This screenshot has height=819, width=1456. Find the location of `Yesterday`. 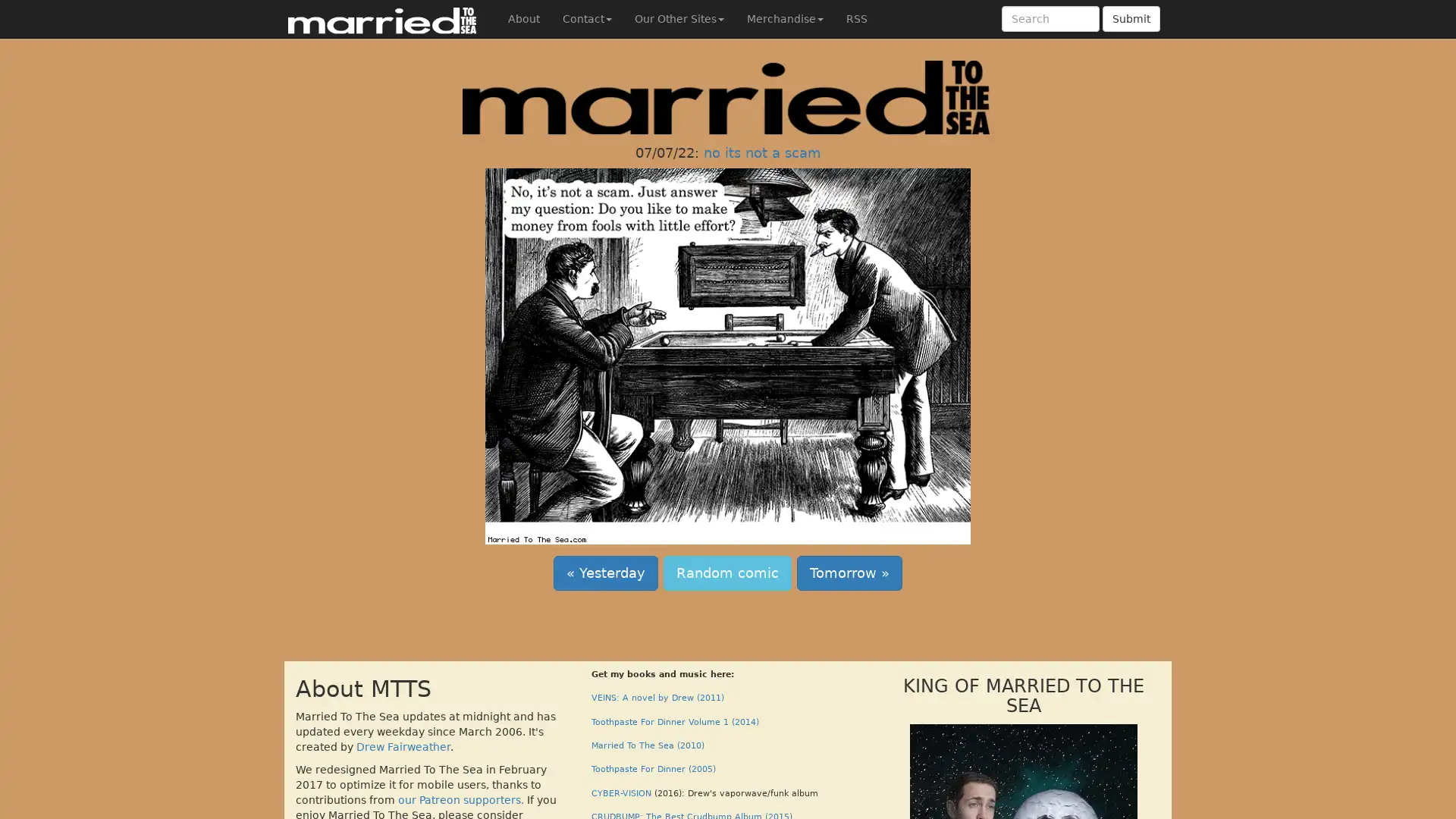

Yesterday is located at coordinates (604, 573).